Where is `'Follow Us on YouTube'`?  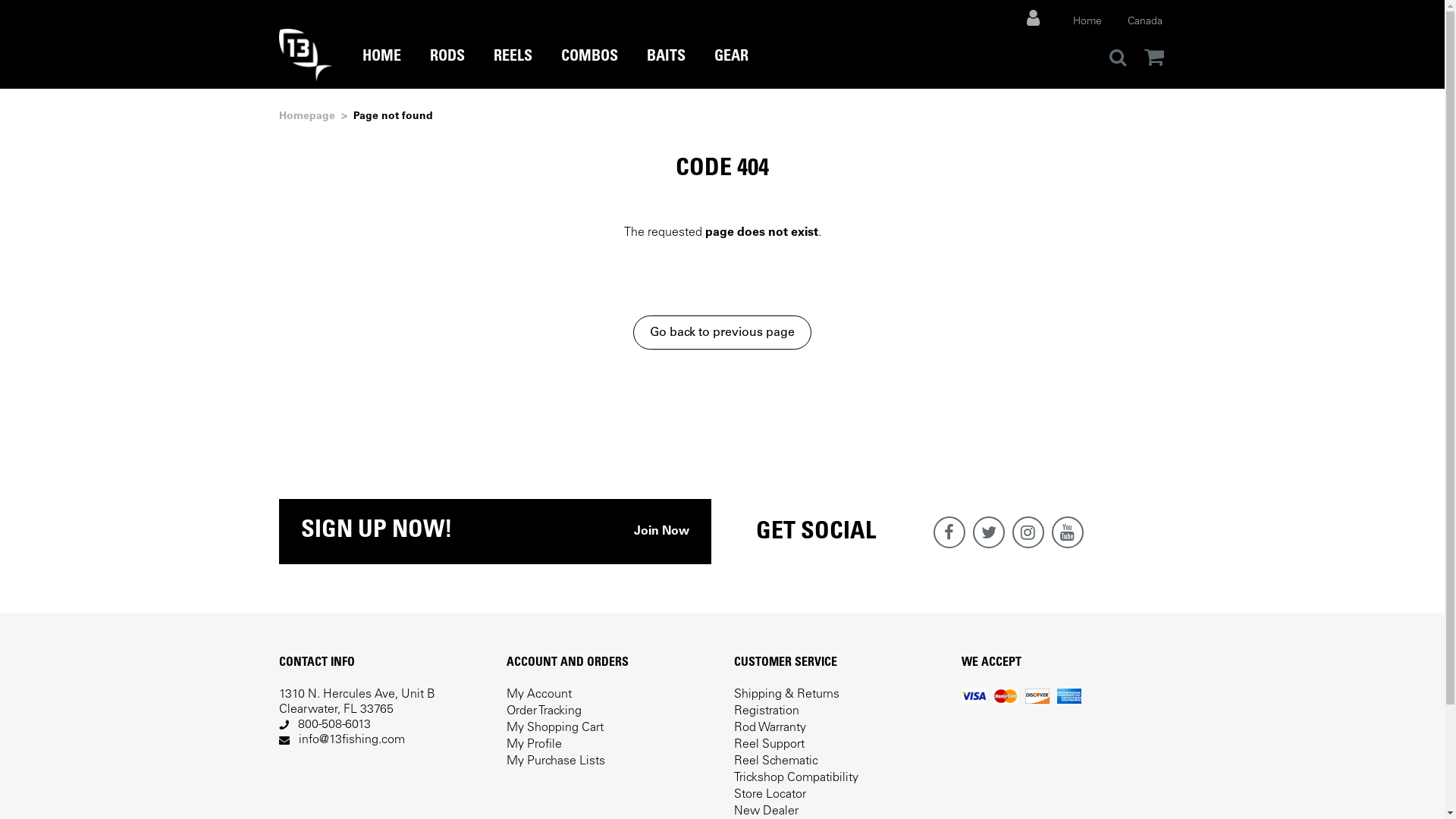 'Follow Us on YouTube' is located at coordinates (1050, 532).